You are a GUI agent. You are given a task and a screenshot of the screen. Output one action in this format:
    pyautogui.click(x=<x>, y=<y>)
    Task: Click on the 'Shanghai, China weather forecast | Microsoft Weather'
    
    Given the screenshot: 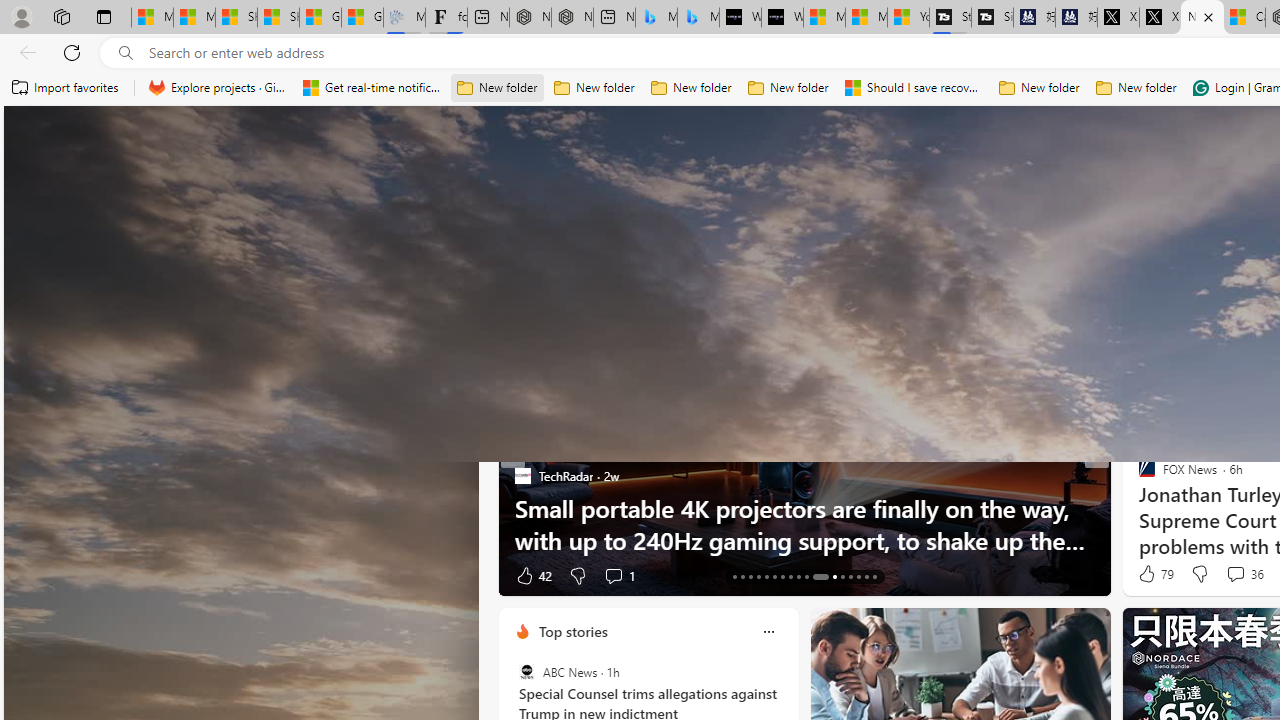 What is the action you would take?
    pyautogui.click(x=278, y=17)
    